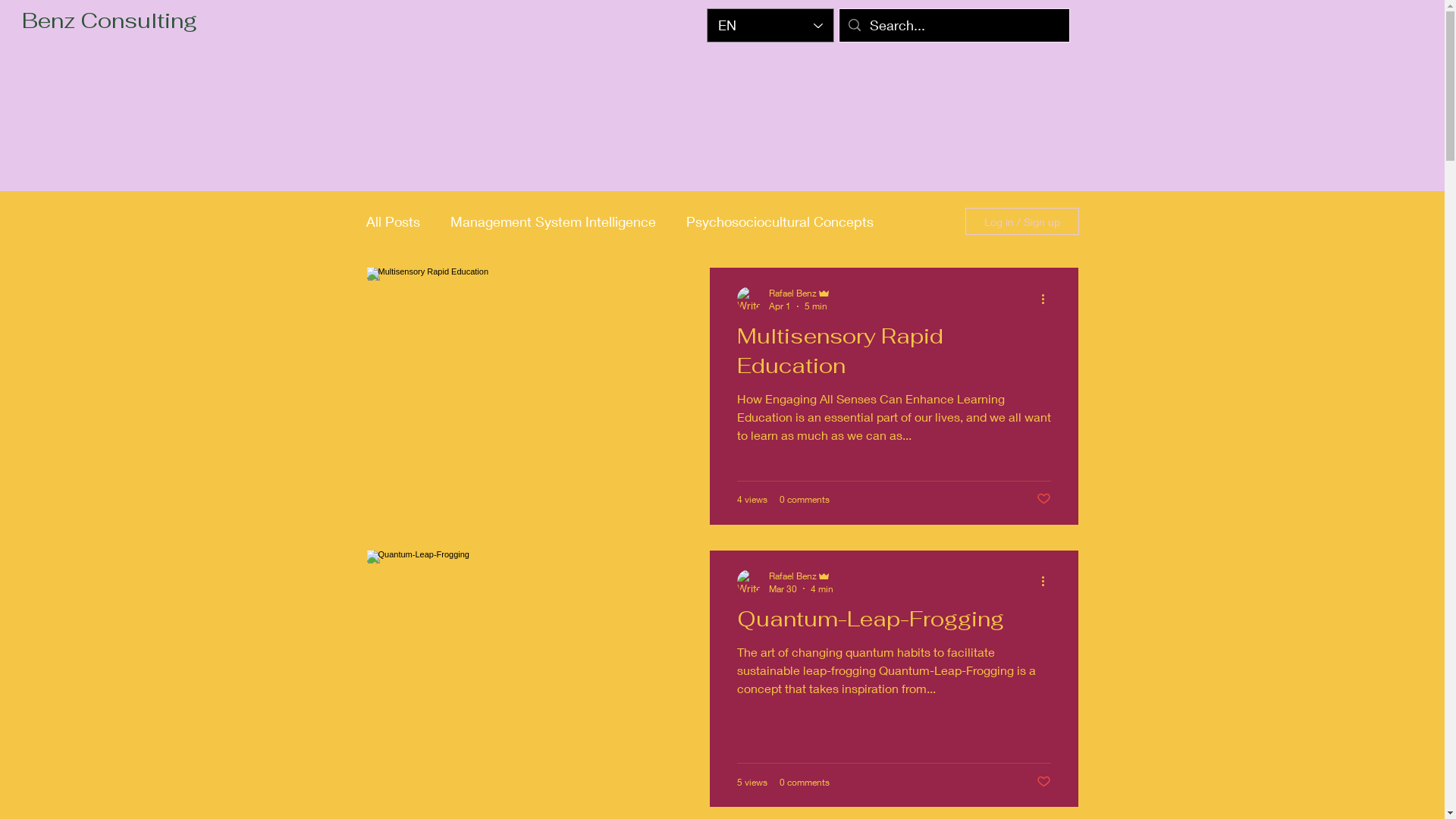  What do you see at coordinates (108, 20) in the screenshot?
I see `'Benz Consulting'` at bounding box center [108, 20].